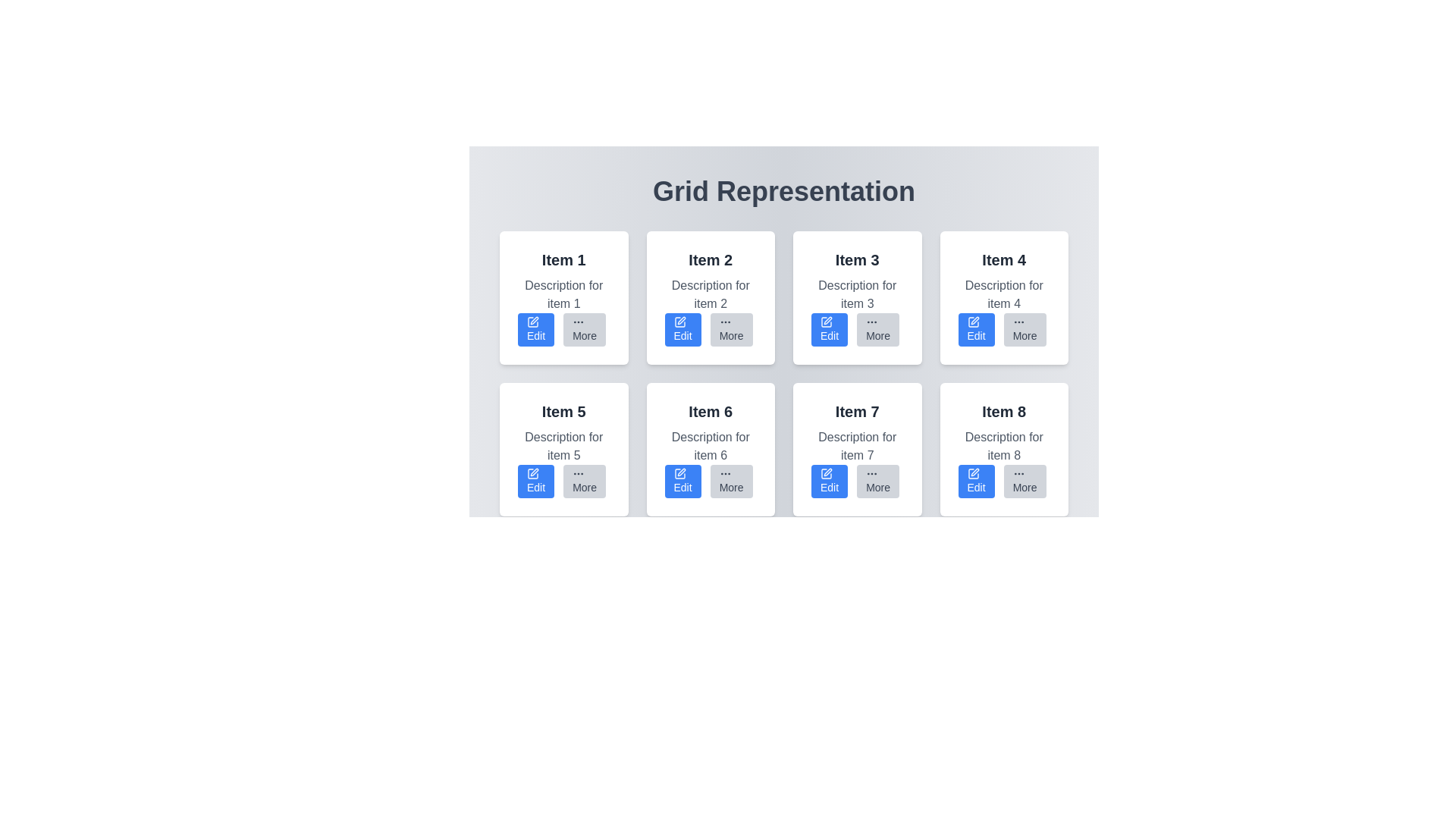 This screenshot has height=819, width=1456. What do you see at coordinates (710, 412) in the screenshot?
I see `the bold, large-sized dark gray text label reading 'Item 6', which serves as the title of the card located in the second row and second column of a 4x2 grid layout` at bounding box center [710, 412].